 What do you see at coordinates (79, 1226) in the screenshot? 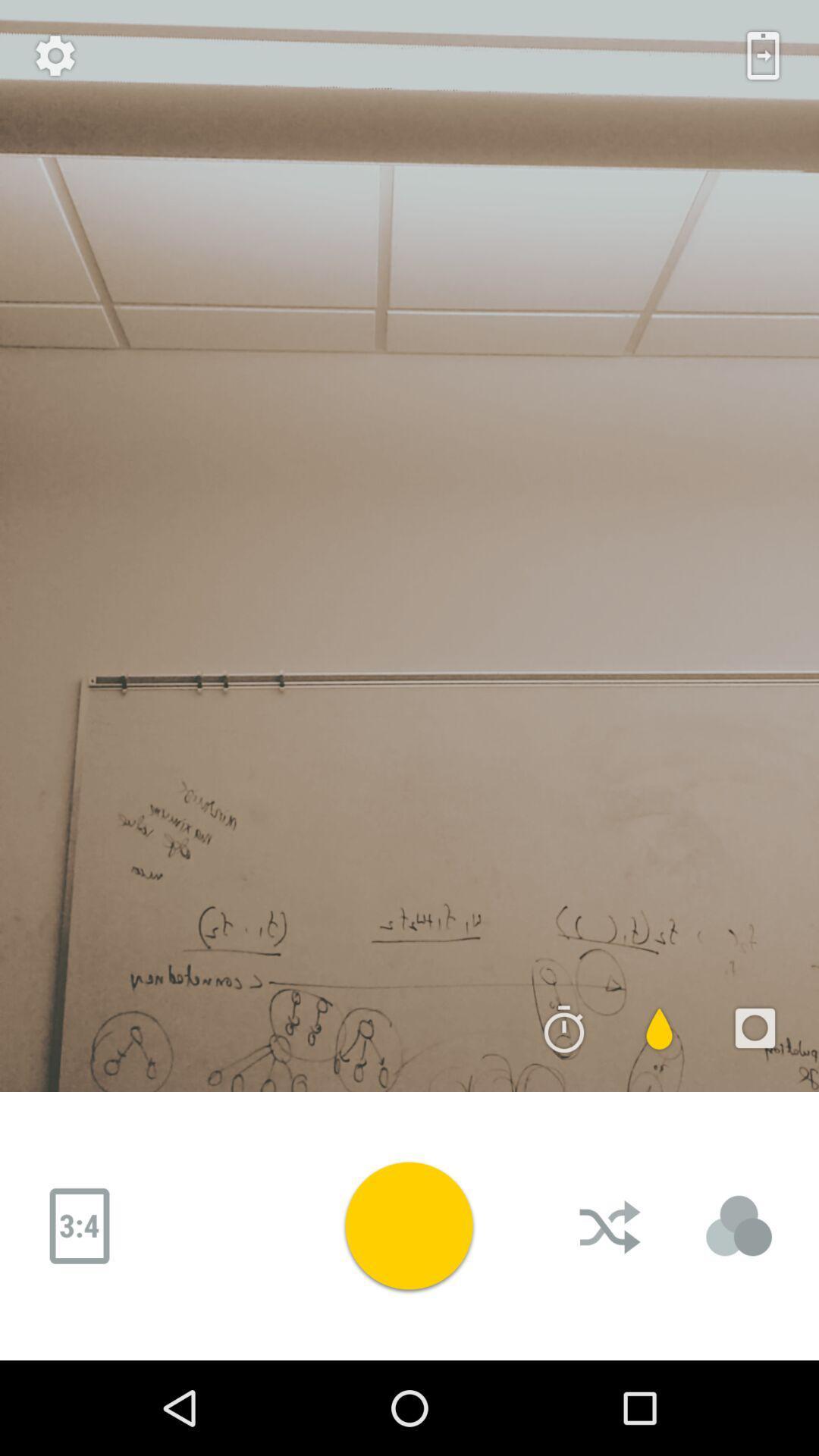
I see `display 3:4` at bounding box center [79, 1226].